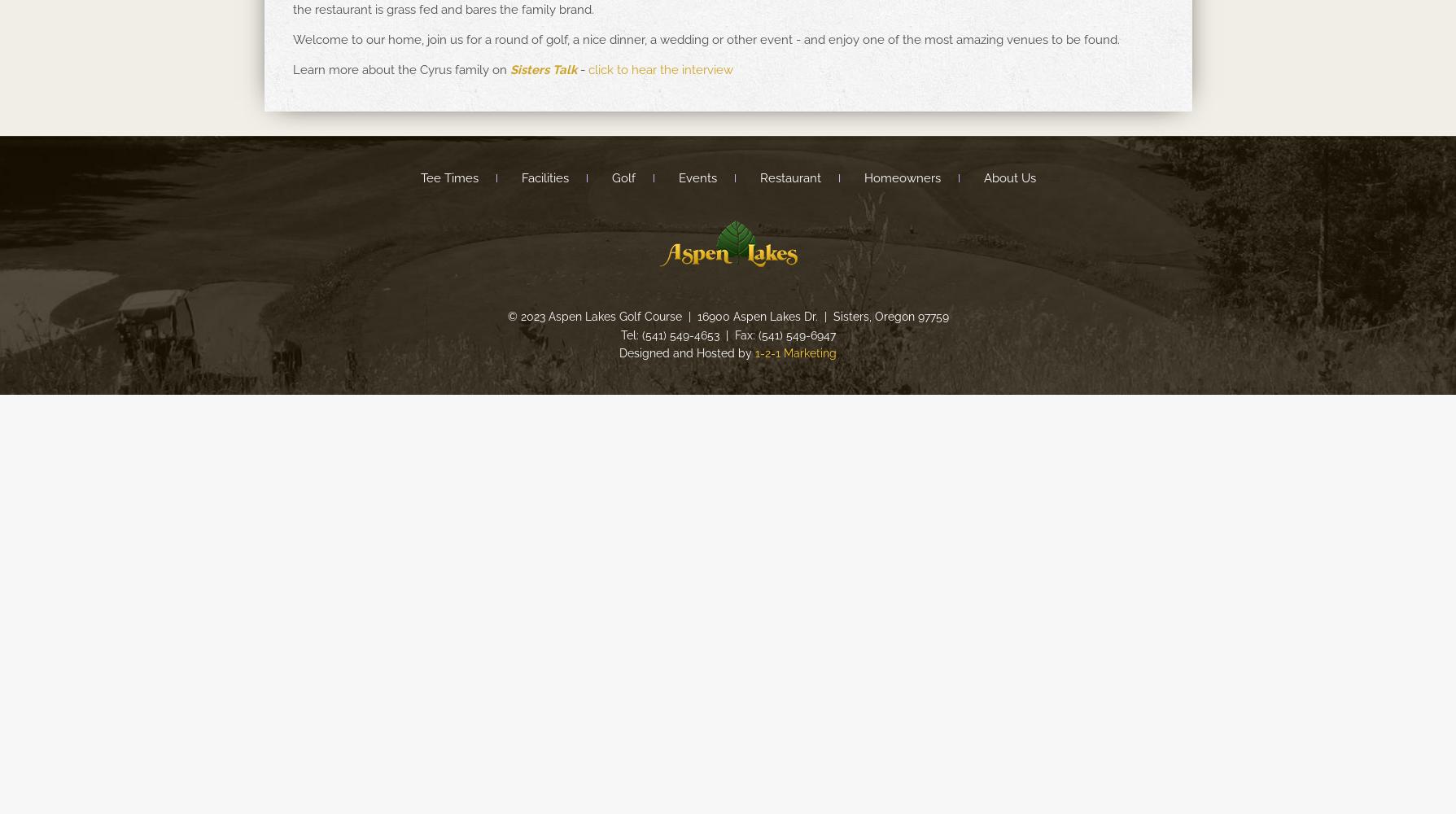 Image resolution: width=1456 pixels, height=814 pixels. Describe the element at coordinates (623, 177) in the screenshot. I see `'Golf'` at that location.